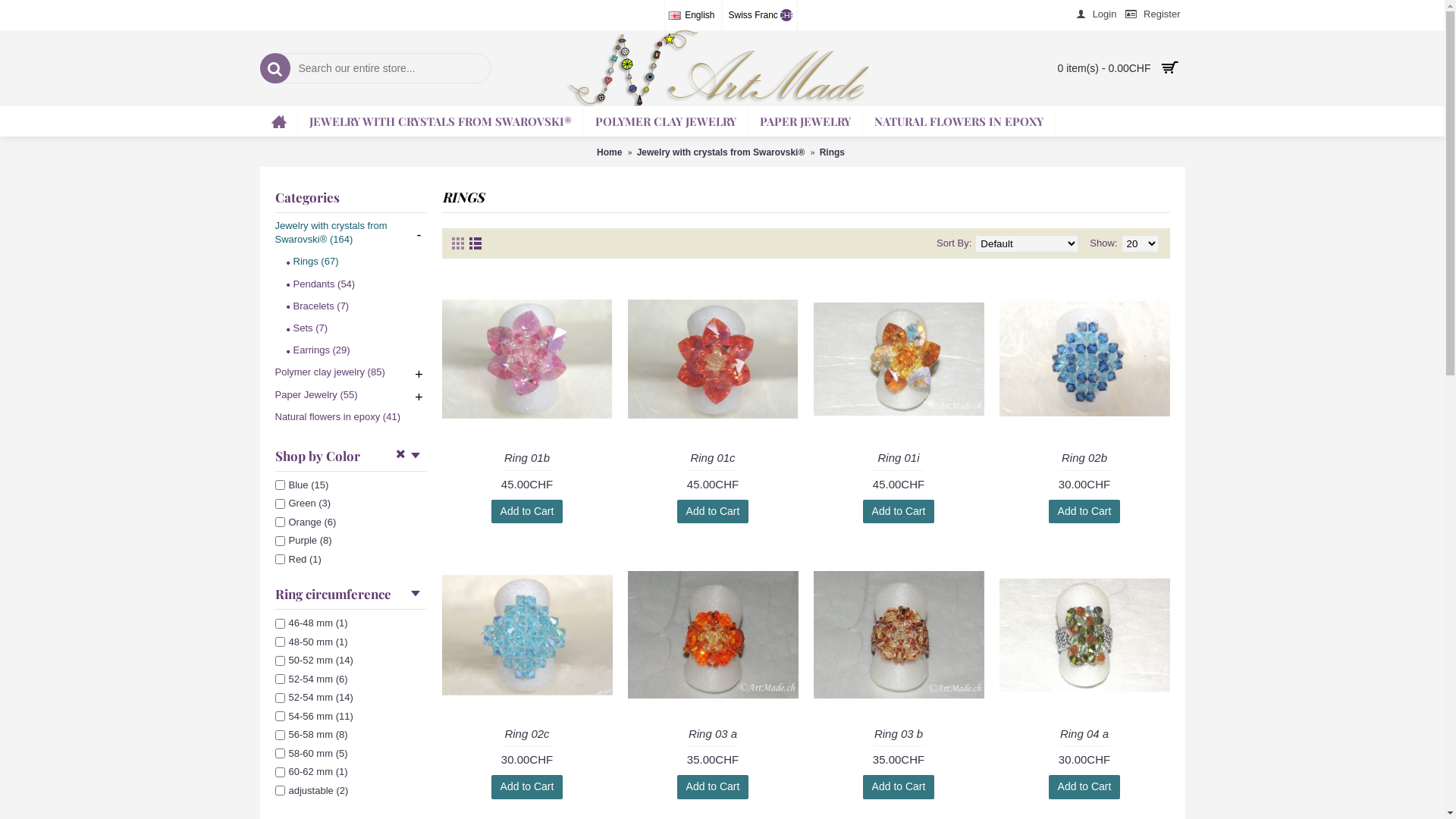 This screenshot has width=1456, height=819. Describe the element at coordinates (676, 510) in the screenshot. I see `'Add to Cart'` at that location.